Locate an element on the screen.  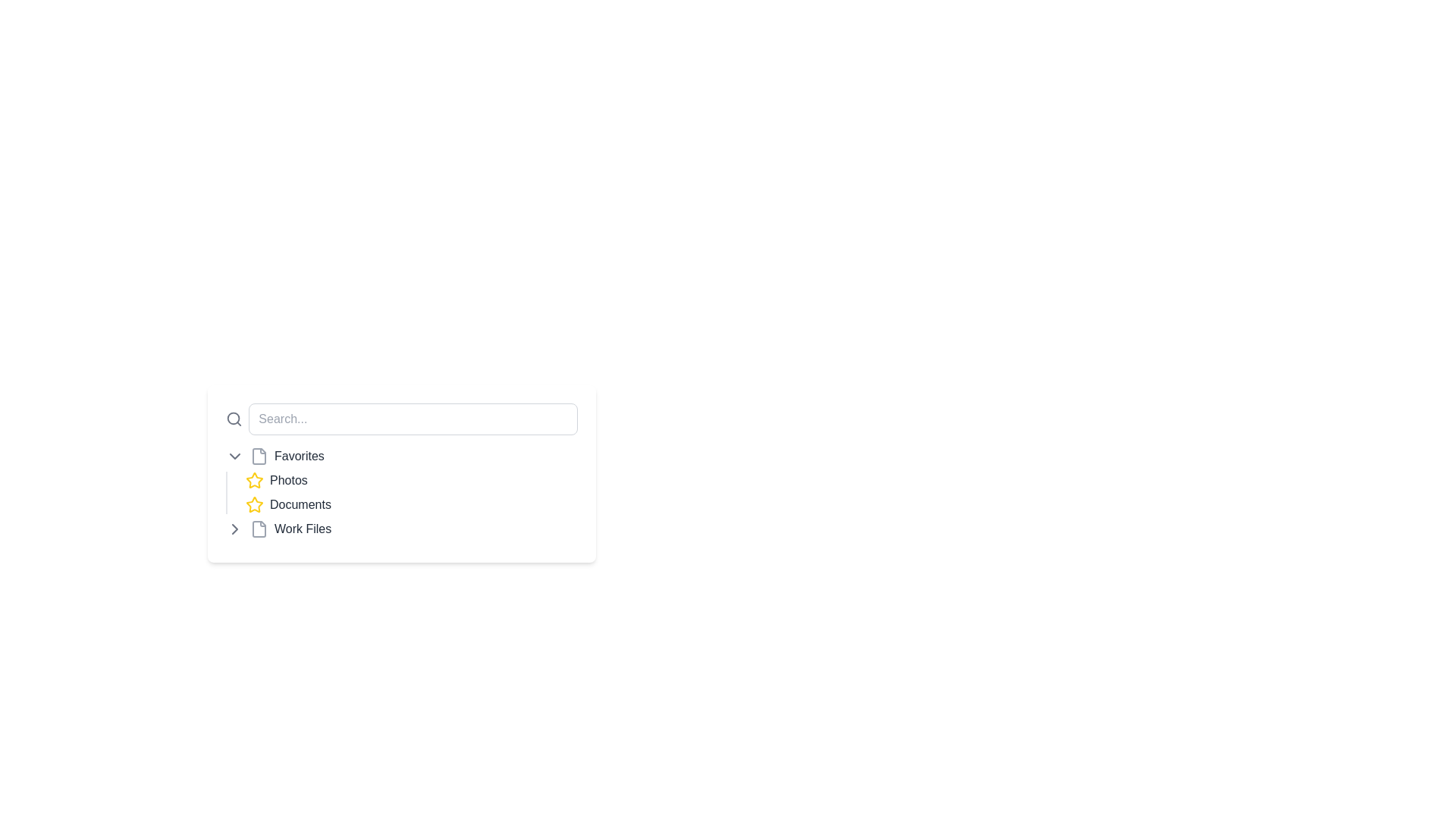
the 'Favorites' icon in the navigation menu, which is positioned to the left of the 'Favorites' label and to the right of a downward chevron icon is located at coordinates (259, 455).